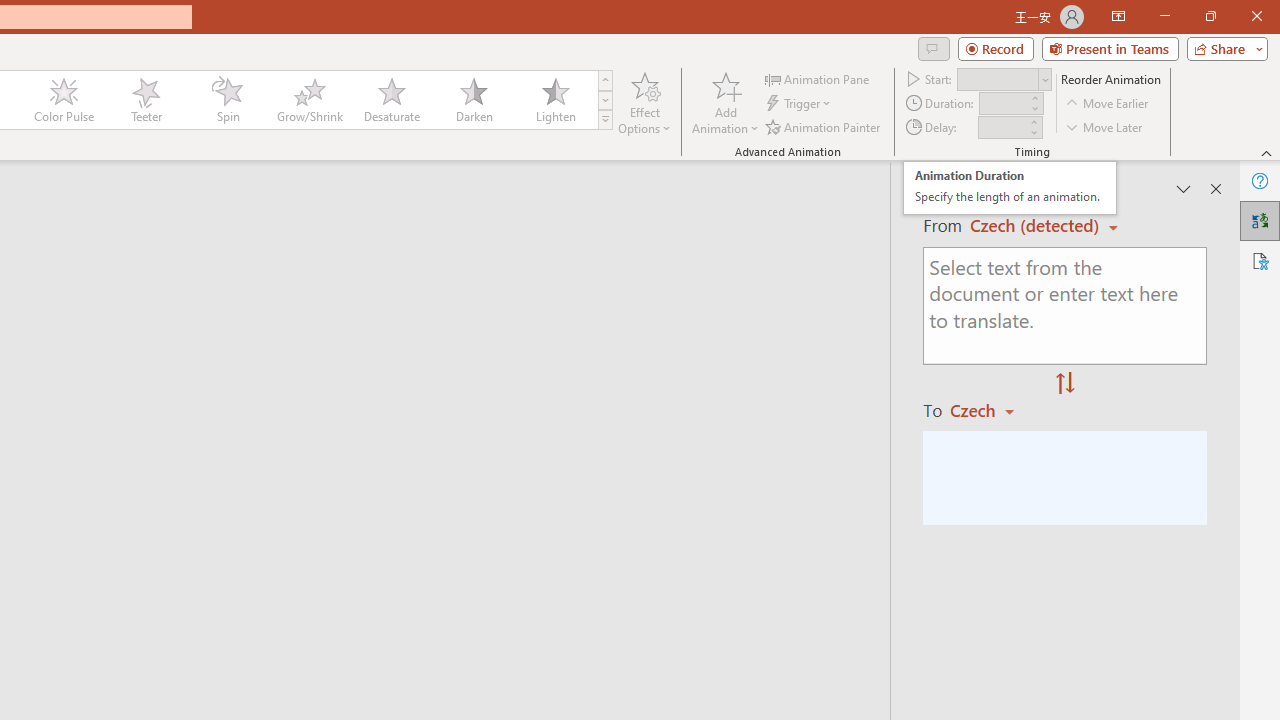  Describe the element at coordinates (1003, 103) in the screenshot. I see `'Animation Duration'` at that location.